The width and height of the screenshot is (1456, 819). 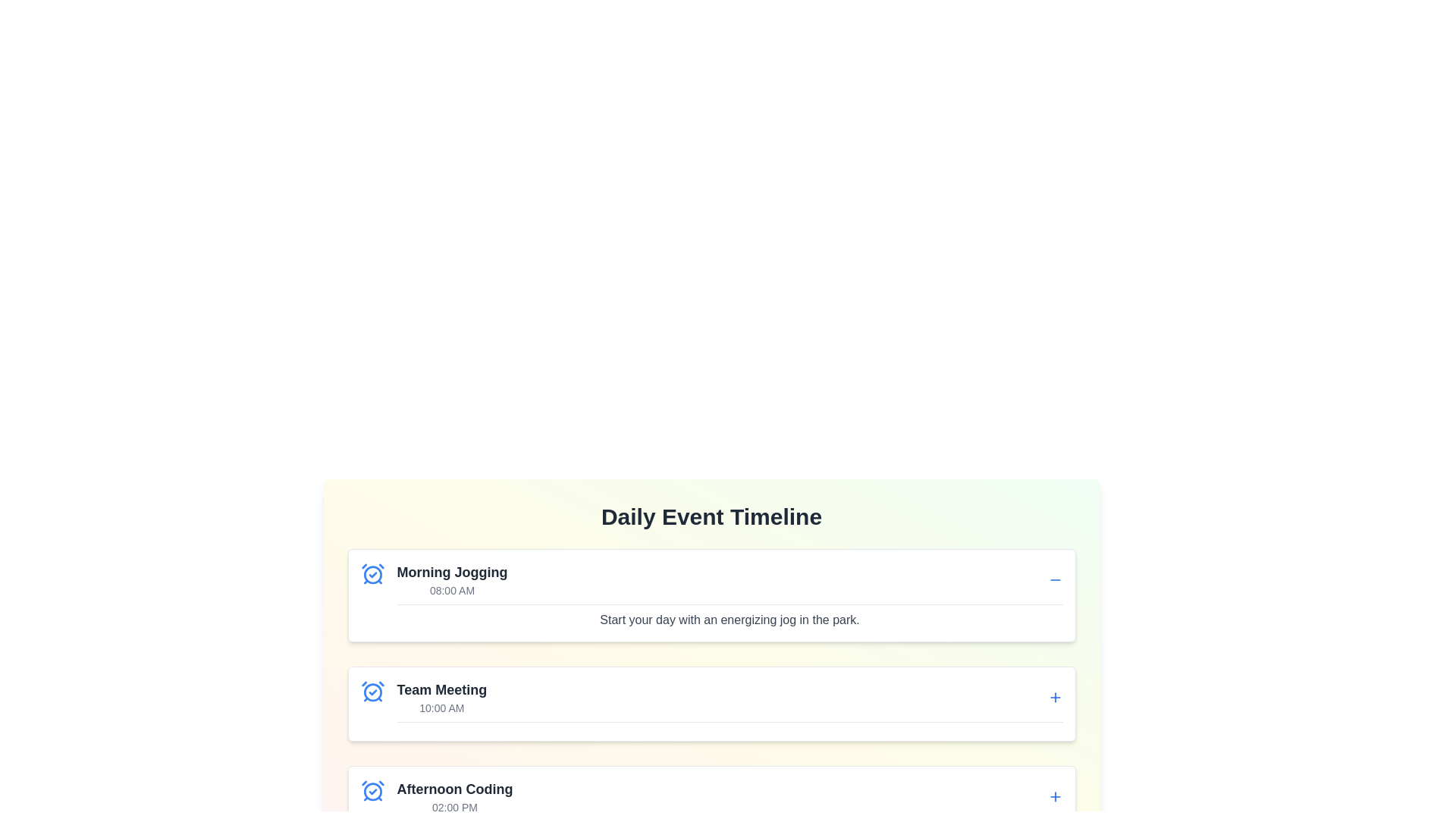 I want to click on the second Card Component in the event schedule, which displays details of a scheduled event, for additional options, so click(x=711, y=704).